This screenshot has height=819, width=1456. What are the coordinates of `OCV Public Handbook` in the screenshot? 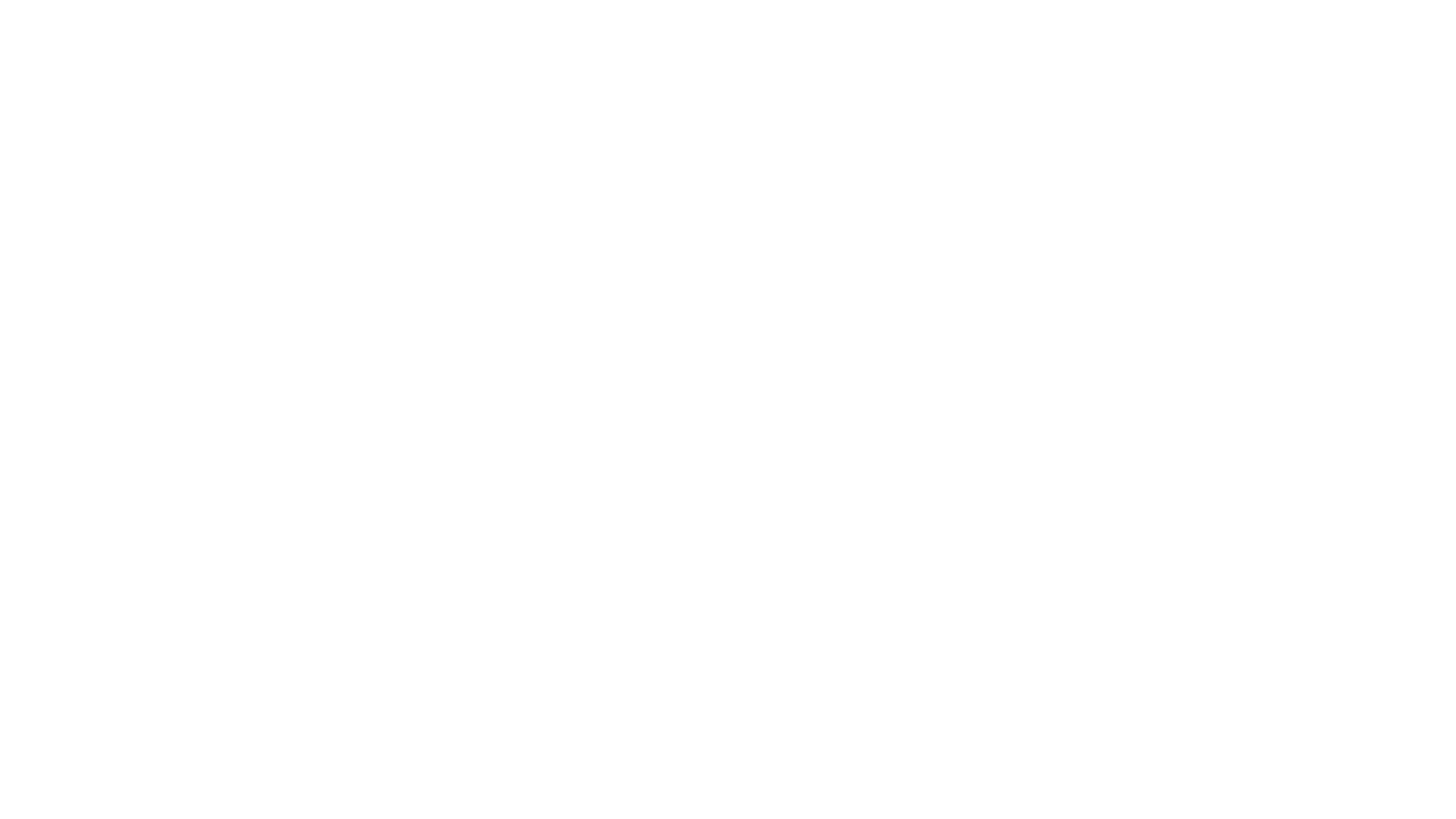 It's located at (81, 17).